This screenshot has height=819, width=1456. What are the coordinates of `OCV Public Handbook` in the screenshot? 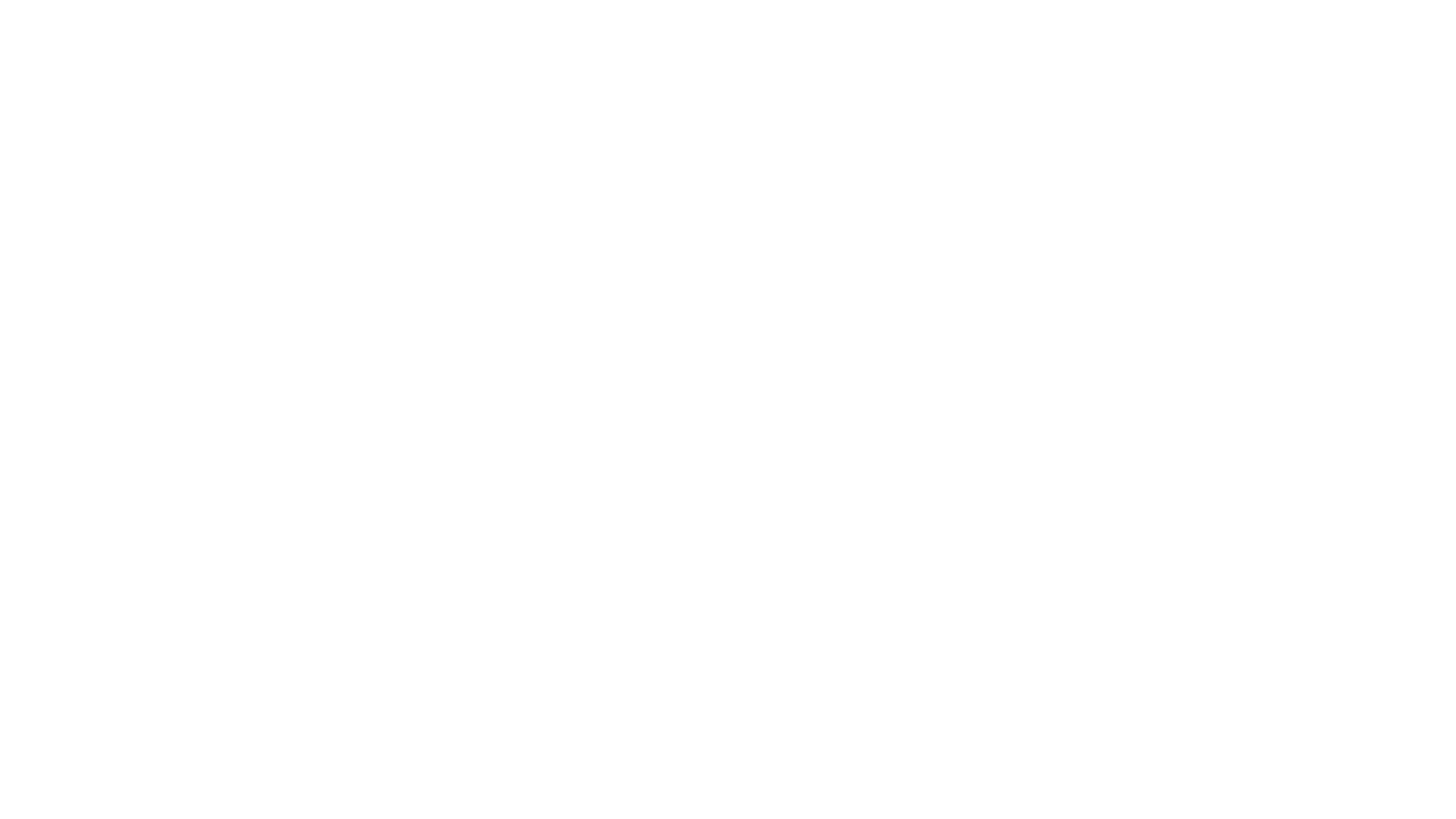 It's located at (81, 17).